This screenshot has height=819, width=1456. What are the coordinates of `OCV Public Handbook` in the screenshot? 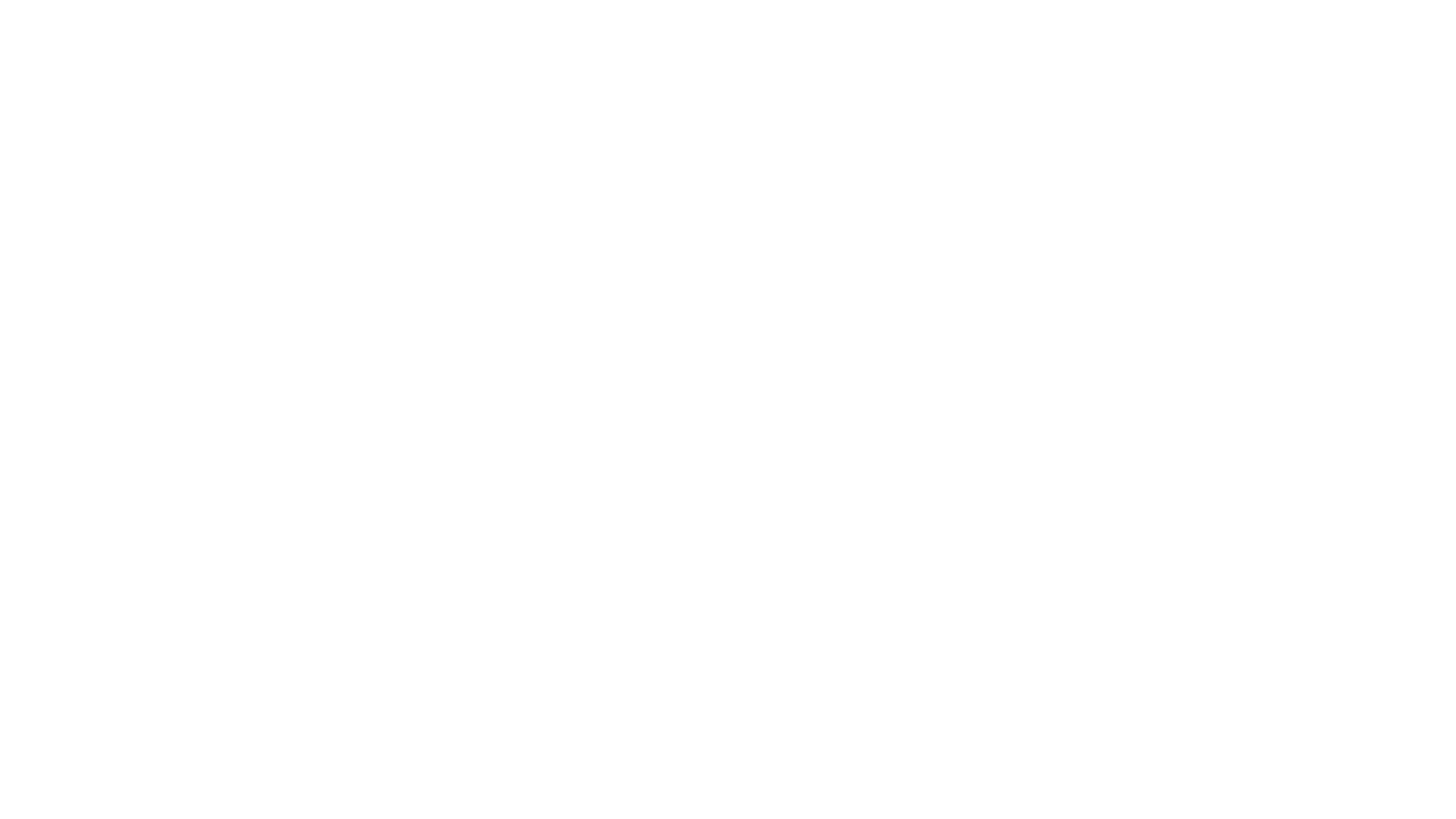 It's located at (81, 17).